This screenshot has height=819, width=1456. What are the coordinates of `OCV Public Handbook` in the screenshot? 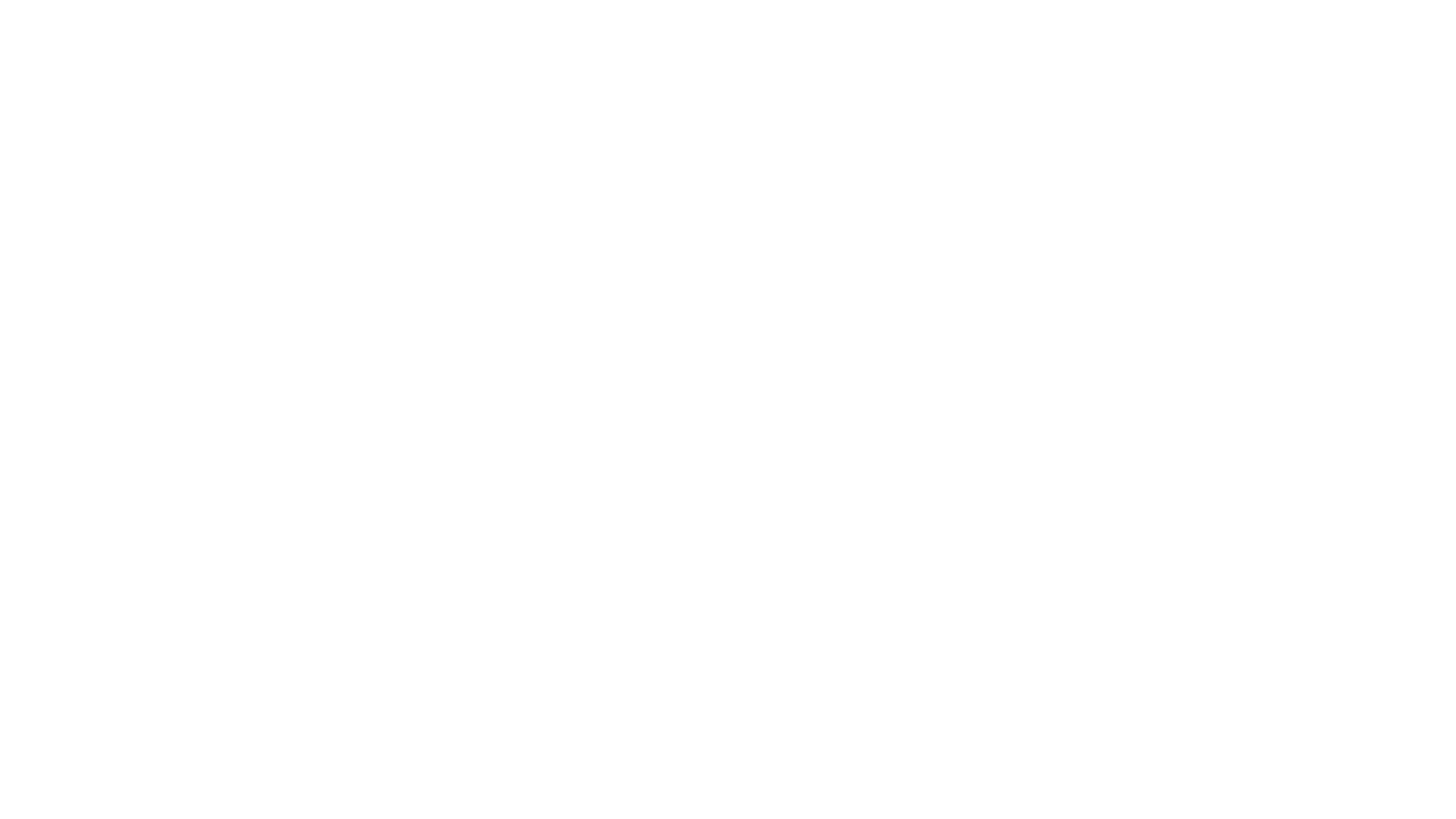 It's located at (81, 17).